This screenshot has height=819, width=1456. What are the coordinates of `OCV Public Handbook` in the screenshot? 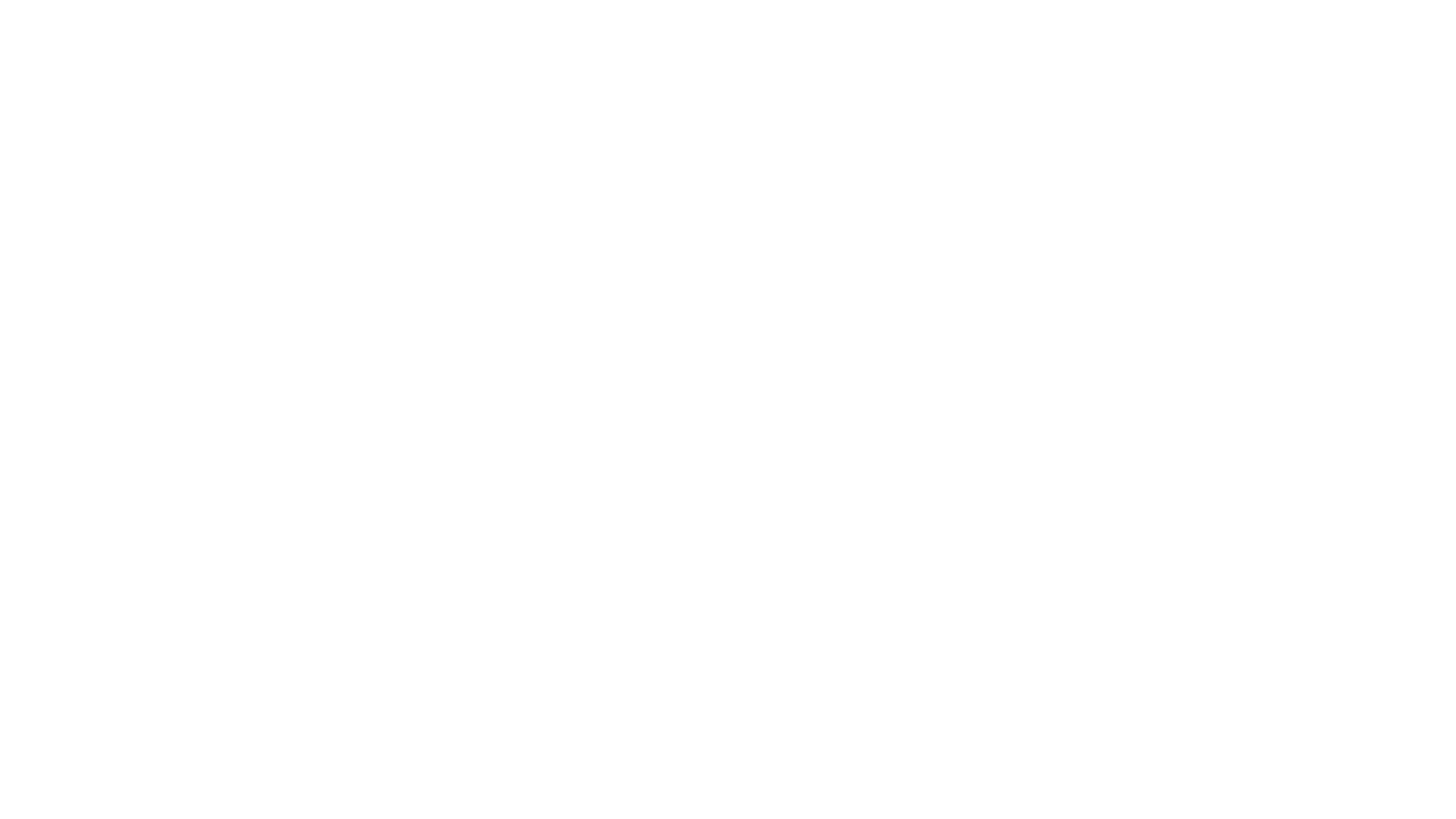 It's located at (81, 17).